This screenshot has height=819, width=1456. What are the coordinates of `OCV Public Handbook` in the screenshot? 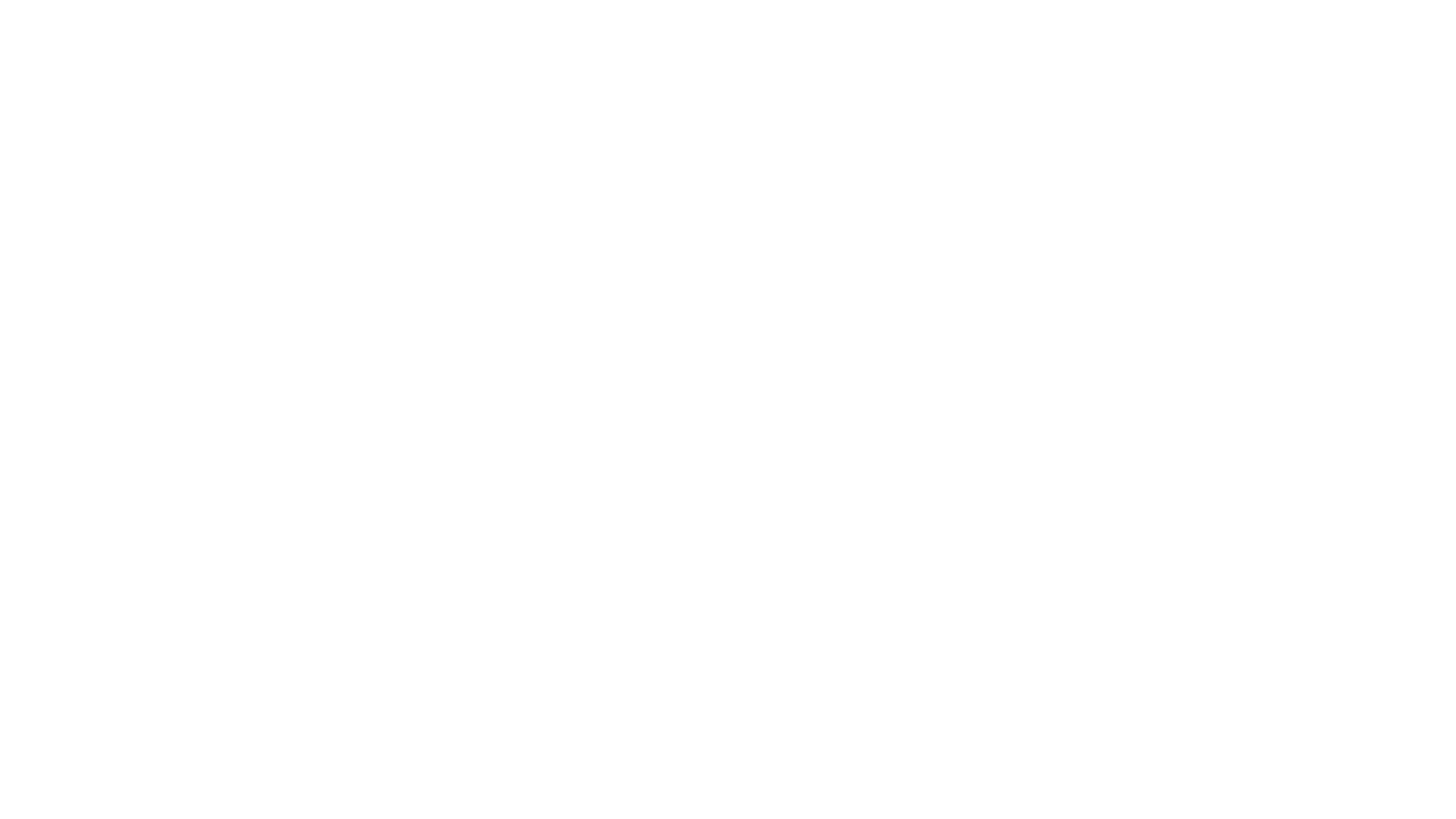 It's located at (81, 17).